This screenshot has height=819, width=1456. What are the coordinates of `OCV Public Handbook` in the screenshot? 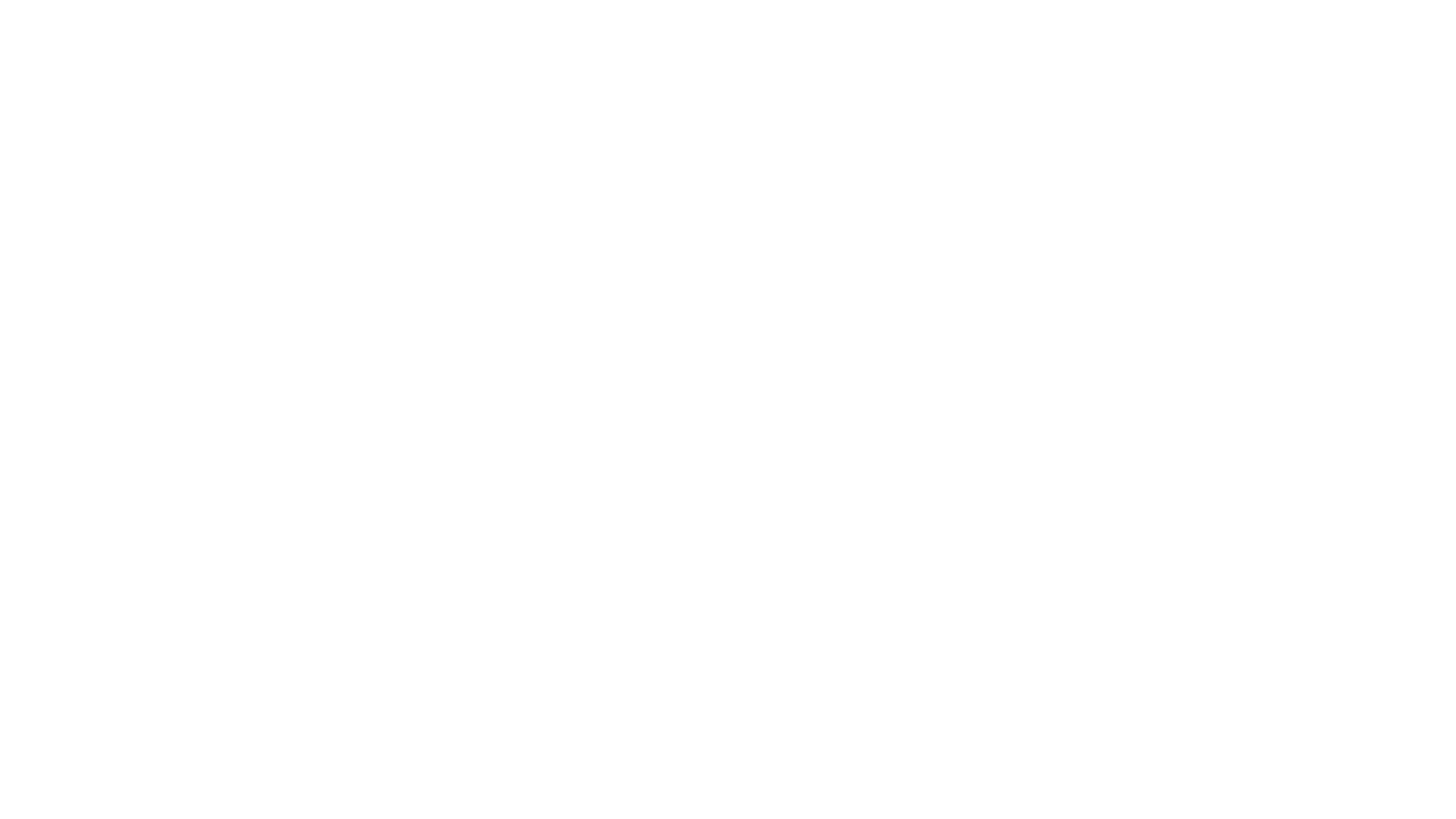 It's located at (81, 17).